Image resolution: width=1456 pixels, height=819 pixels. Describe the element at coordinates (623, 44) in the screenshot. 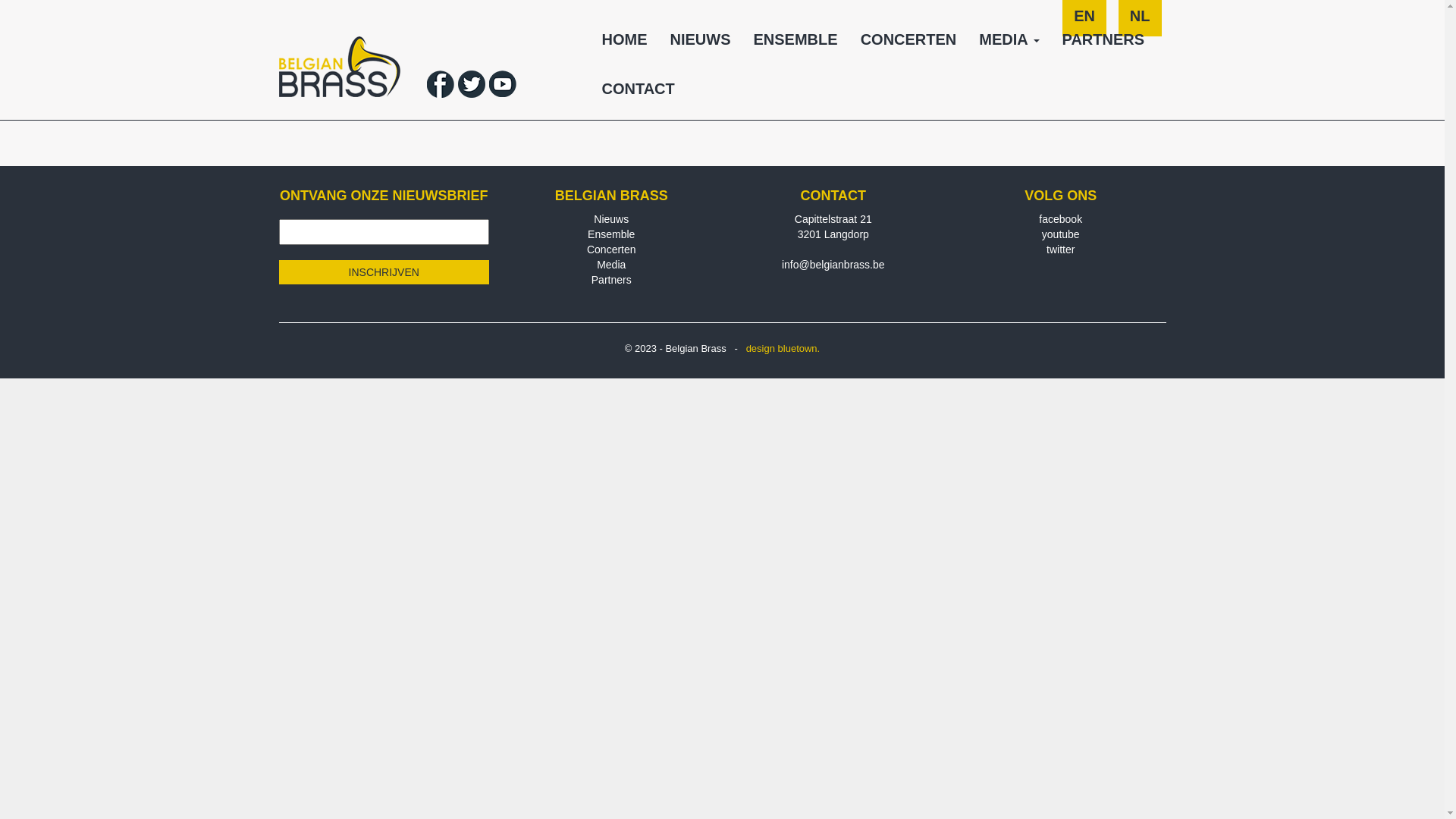

I see `'HOME'` at that location.